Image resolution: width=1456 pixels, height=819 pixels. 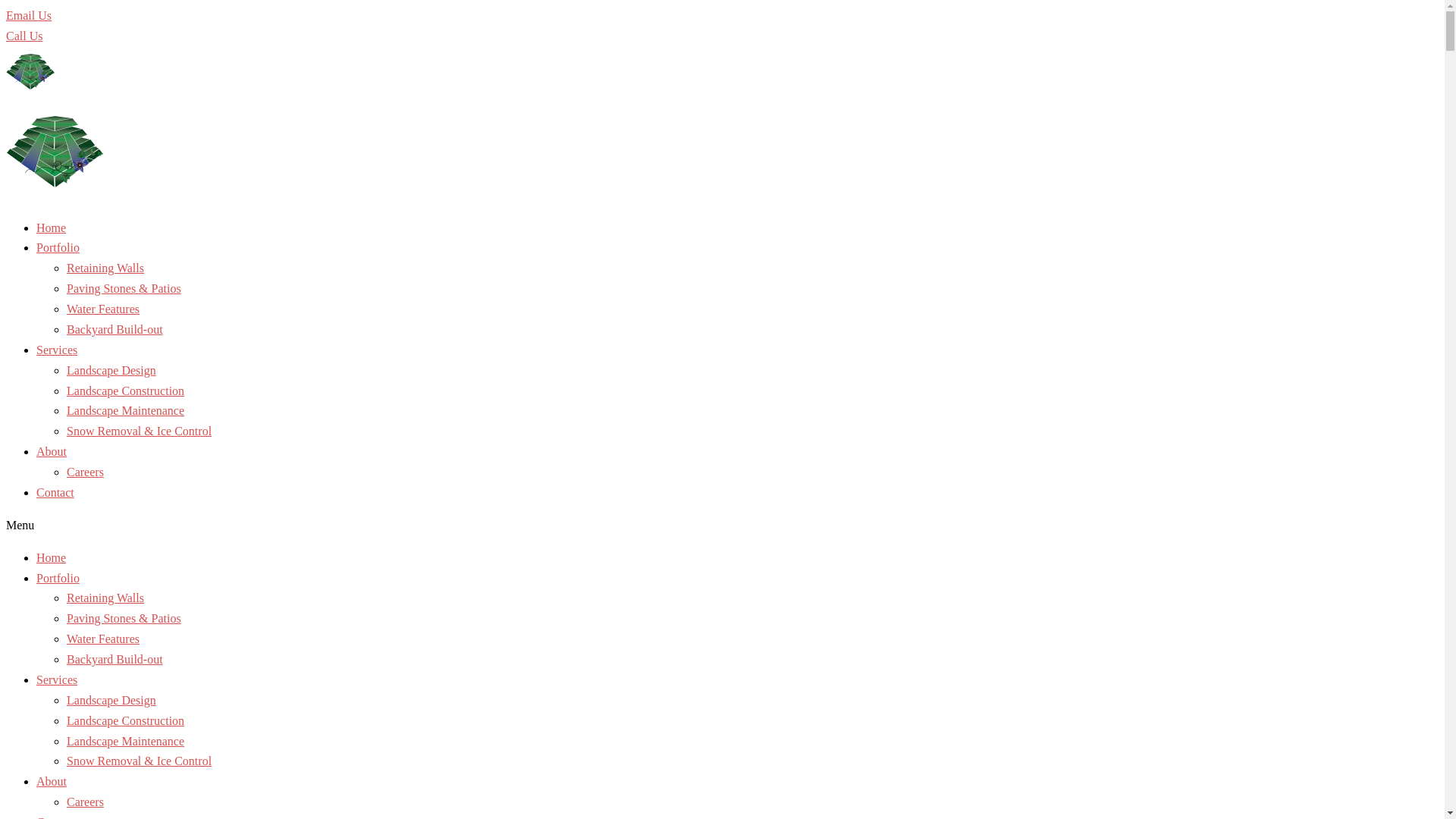 What do you see at coordinates (6, 35) in the screenshot?
I see `'Call Us'` at bounding box center [6, 35].